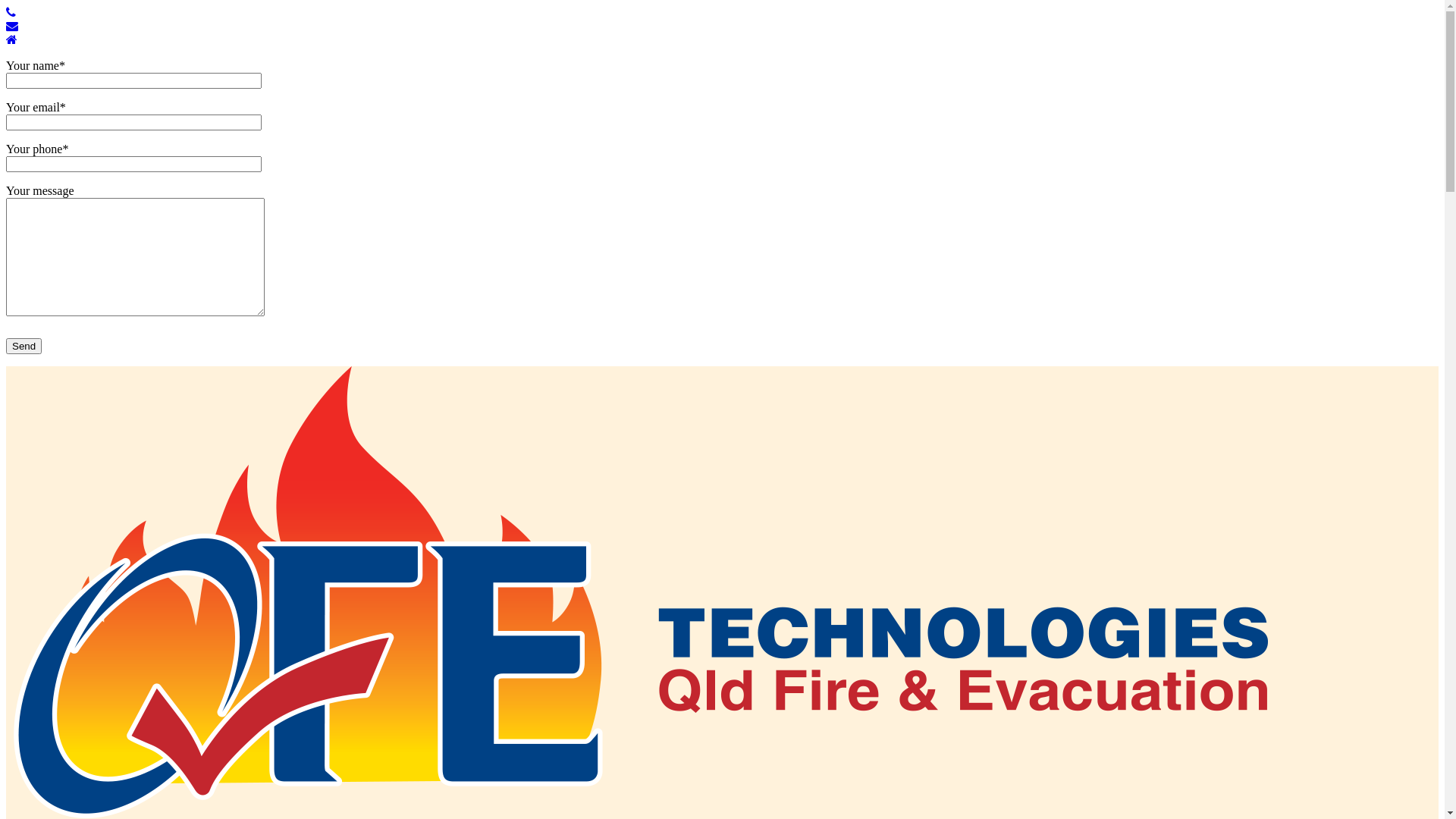  What do you see at coordinates (24, 346) in the screenshot?
I see `'Send'` at bounding box center [24, 346].